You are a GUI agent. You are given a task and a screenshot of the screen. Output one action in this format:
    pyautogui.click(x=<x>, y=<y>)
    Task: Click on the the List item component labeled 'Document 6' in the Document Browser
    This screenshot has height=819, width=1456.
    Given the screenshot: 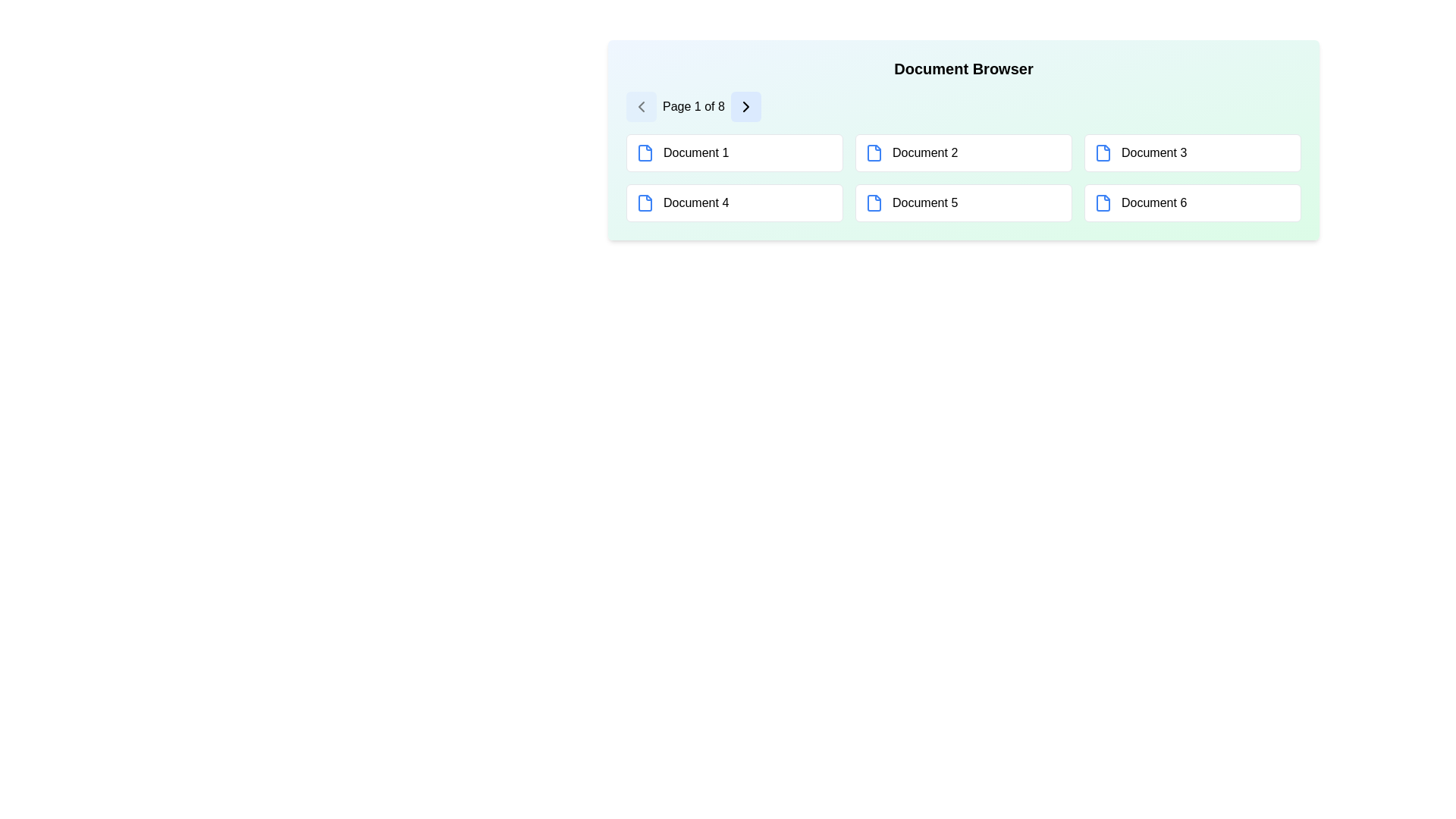 What is the action you would take?
    pyautogui.click(x=1192, y=202)
    